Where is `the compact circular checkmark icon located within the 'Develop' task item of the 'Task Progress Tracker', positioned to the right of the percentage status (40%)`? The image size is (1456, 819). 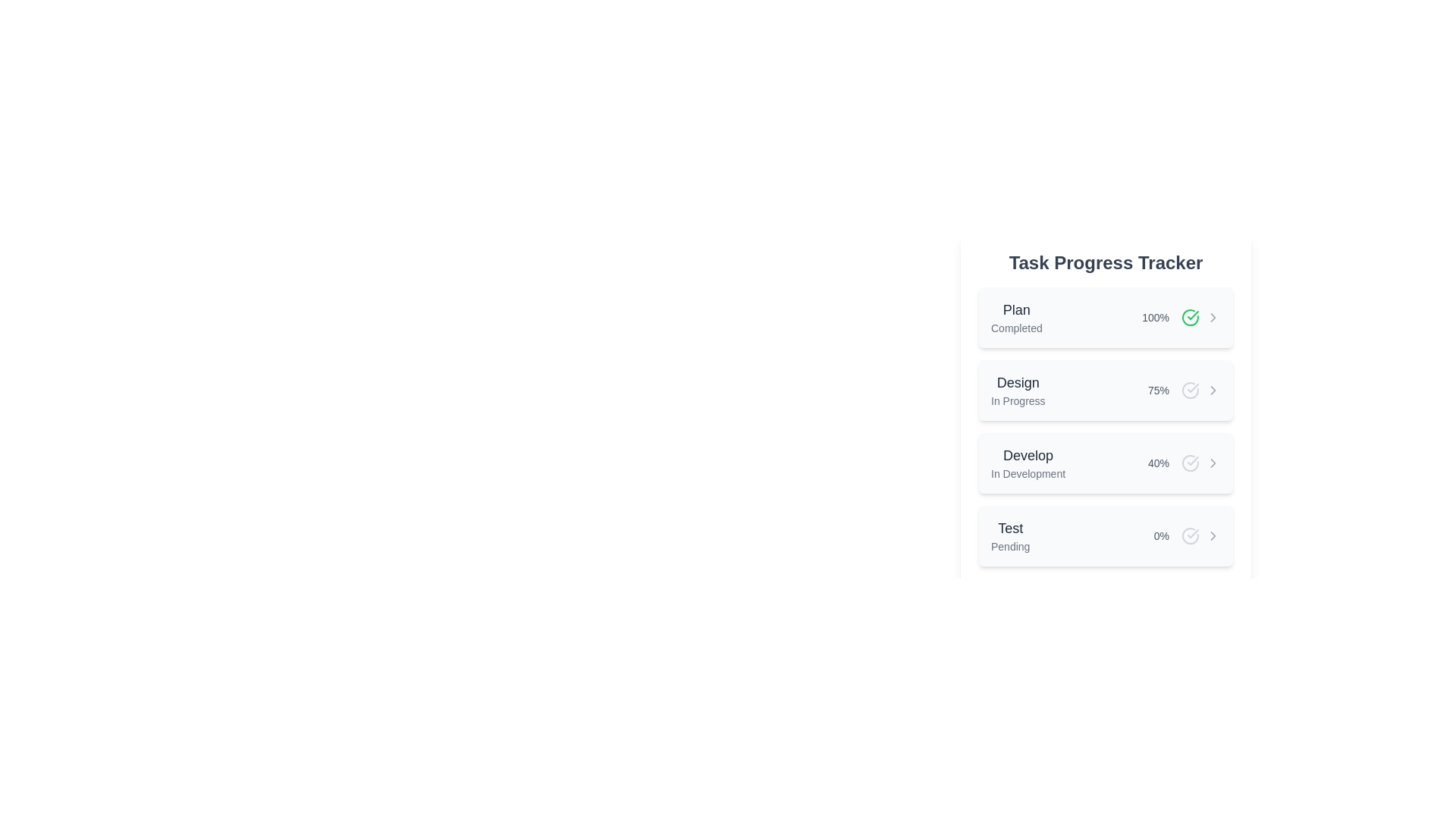 the compact circular checkmark icon located within the 'Develop' task item of the 'Task Progress Tracker', positioned to the right of the percentage status (40%) is located at coordinates (1189, 462).